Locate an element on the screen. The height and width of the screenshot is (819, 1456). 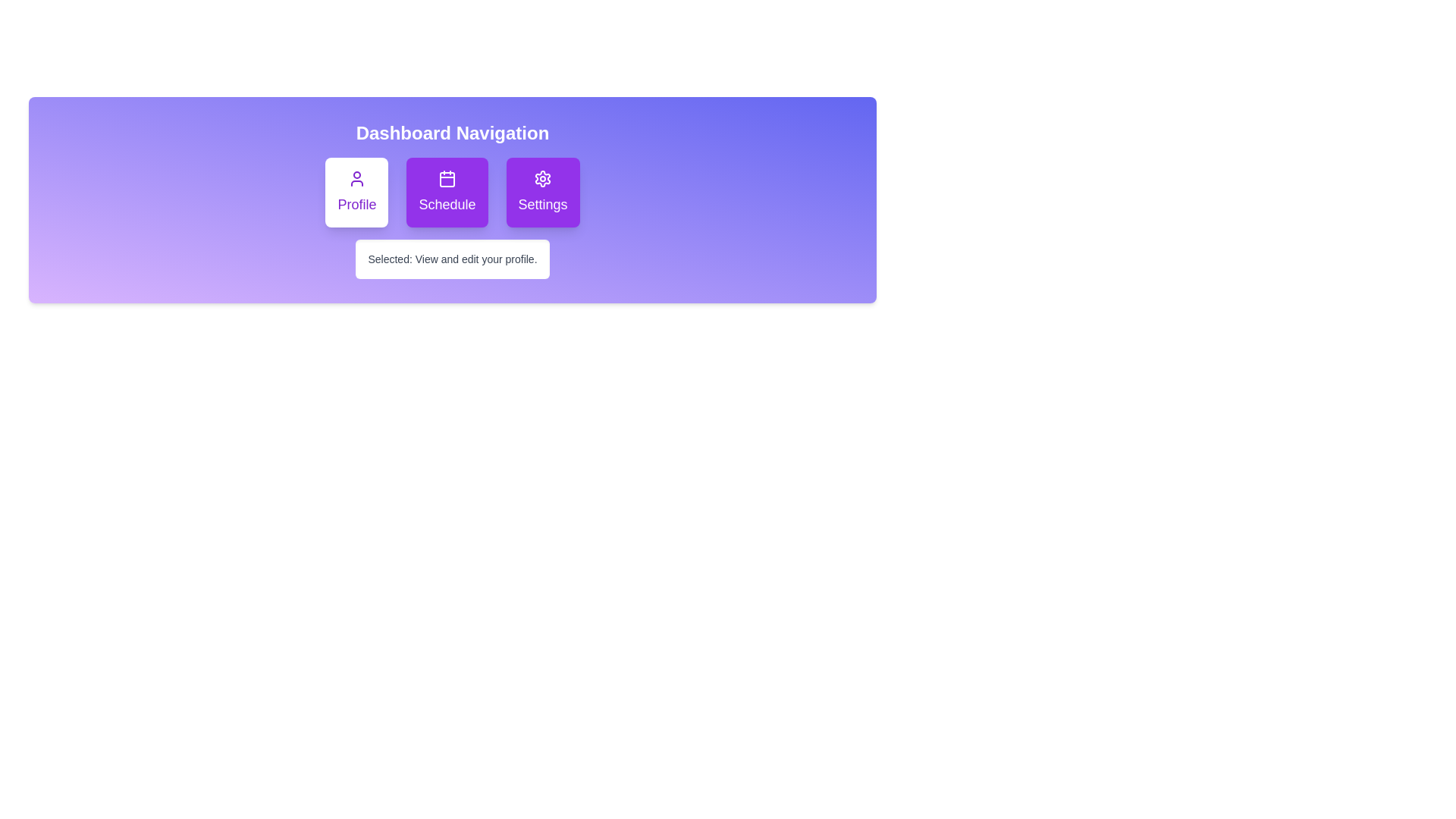
the leftmost button in the horizontal navigation bar is located at coordinates (356, 192).